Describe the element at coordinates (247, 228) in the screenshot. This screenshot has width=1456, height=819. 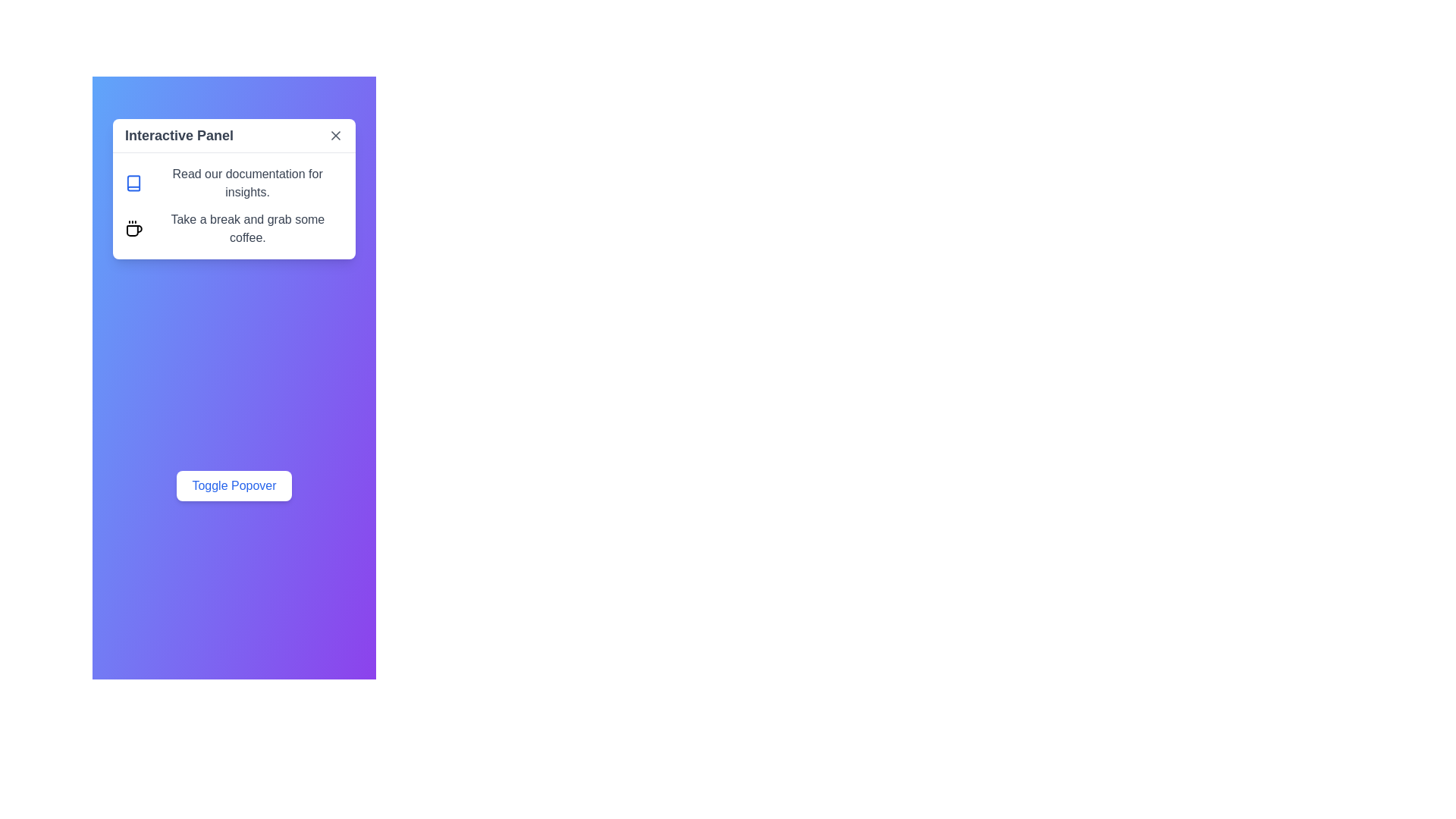
I see `the text element displaying 'Take a break and grab some coffee.'` at that location.